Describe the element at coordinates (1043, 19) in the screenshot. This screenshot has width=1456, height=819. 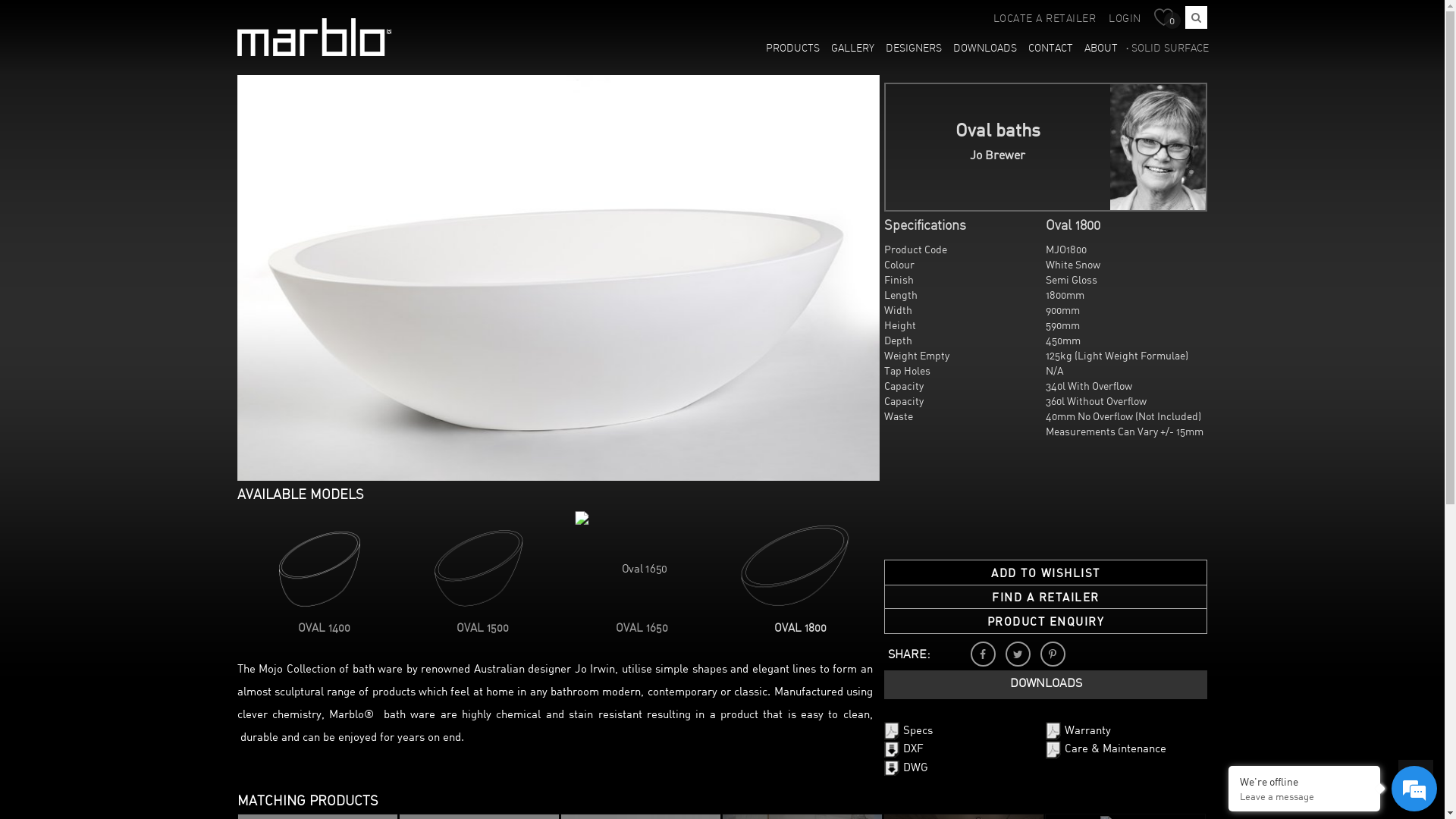
I see `'LOCATE A RETAILER'` at that location.